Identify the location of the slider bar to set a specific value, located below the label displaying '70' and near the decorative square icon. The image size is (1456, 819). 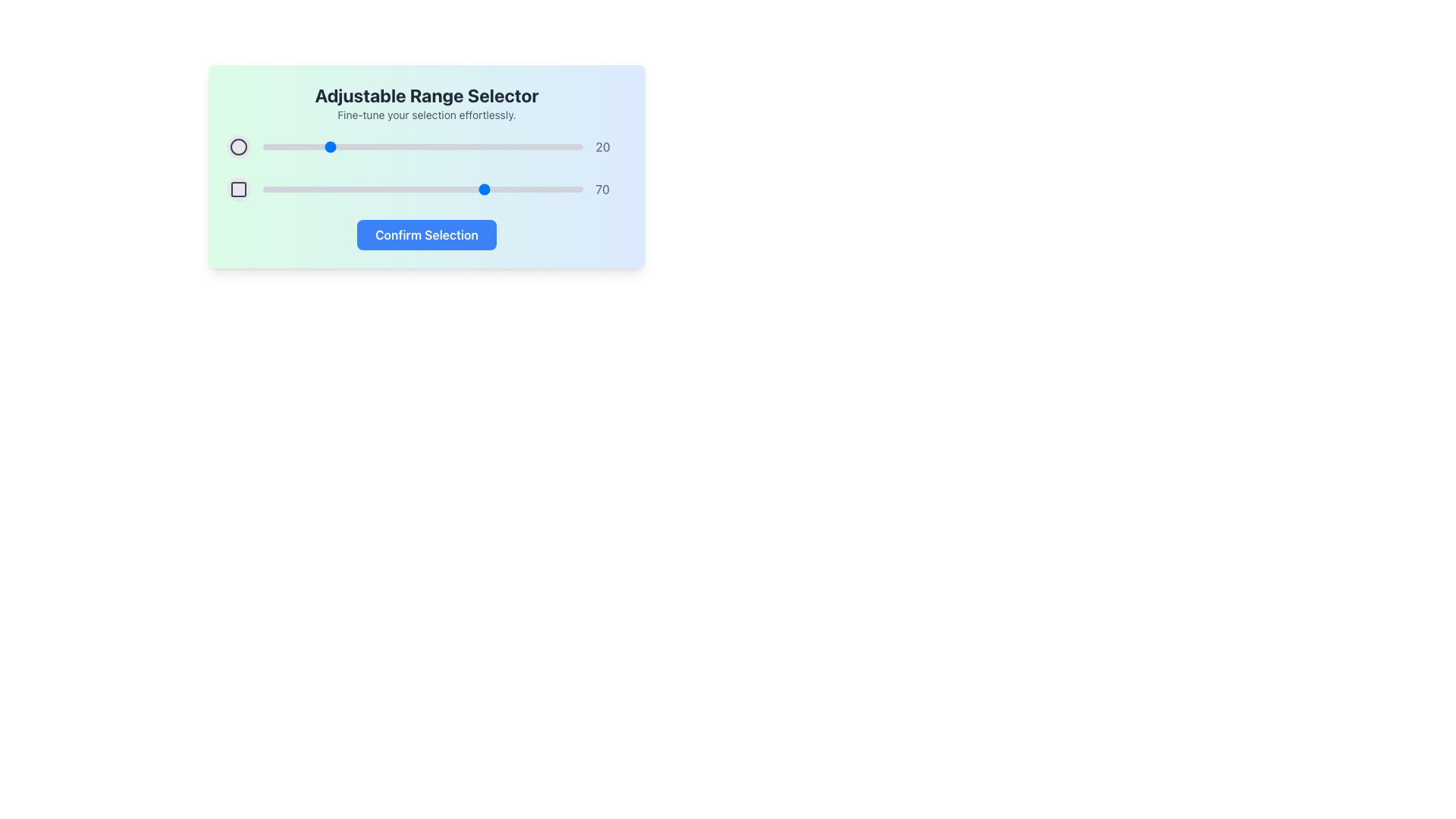
(423, 189).